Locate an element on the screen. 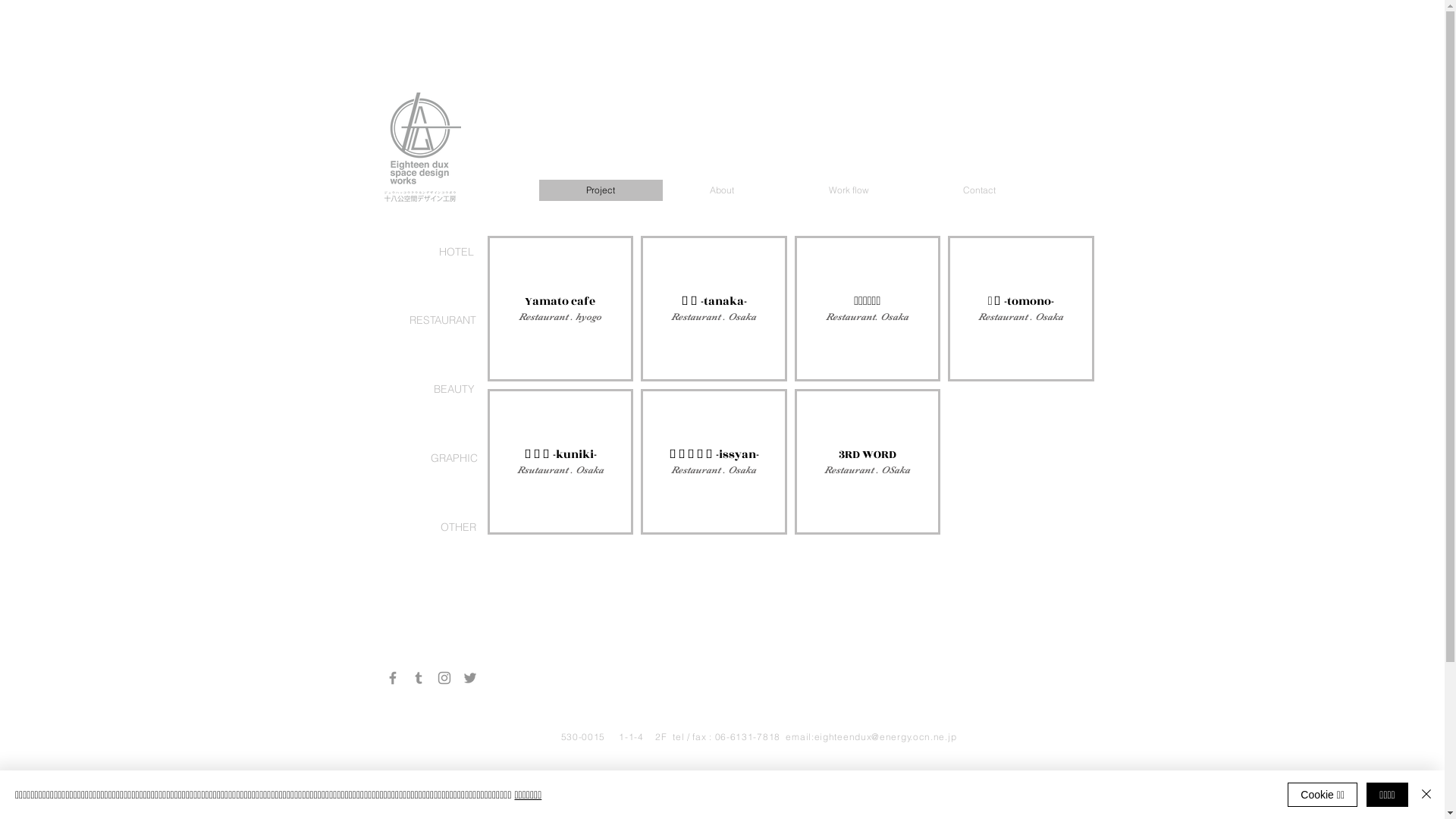 The image size is (1456, 819). 'About' is located at coordinates (721, 189).